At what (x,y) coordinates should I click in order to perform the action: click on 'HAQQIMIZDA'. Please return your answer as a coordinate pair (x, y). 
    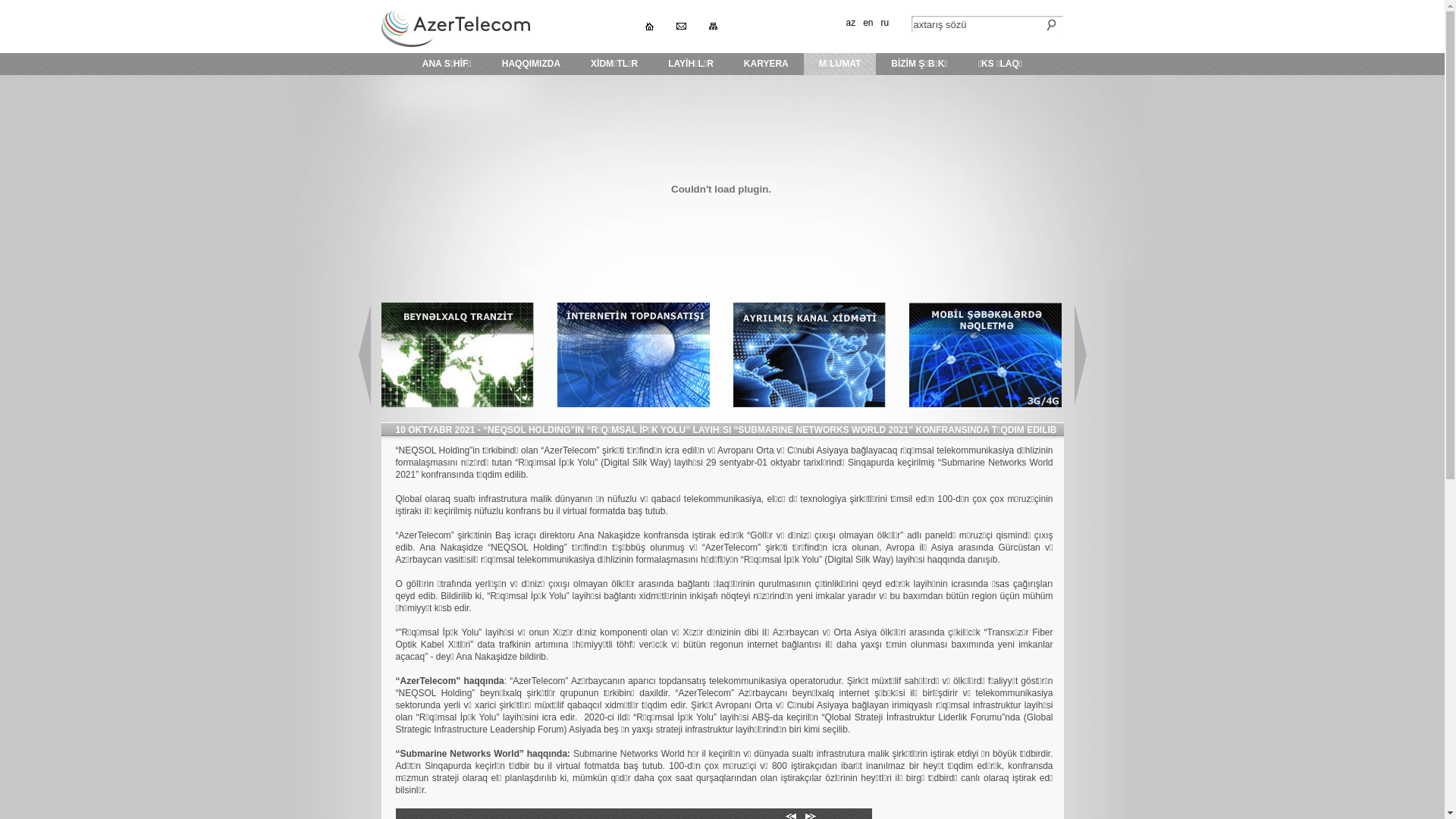
    Looking at the image, I should click on (531, 64).